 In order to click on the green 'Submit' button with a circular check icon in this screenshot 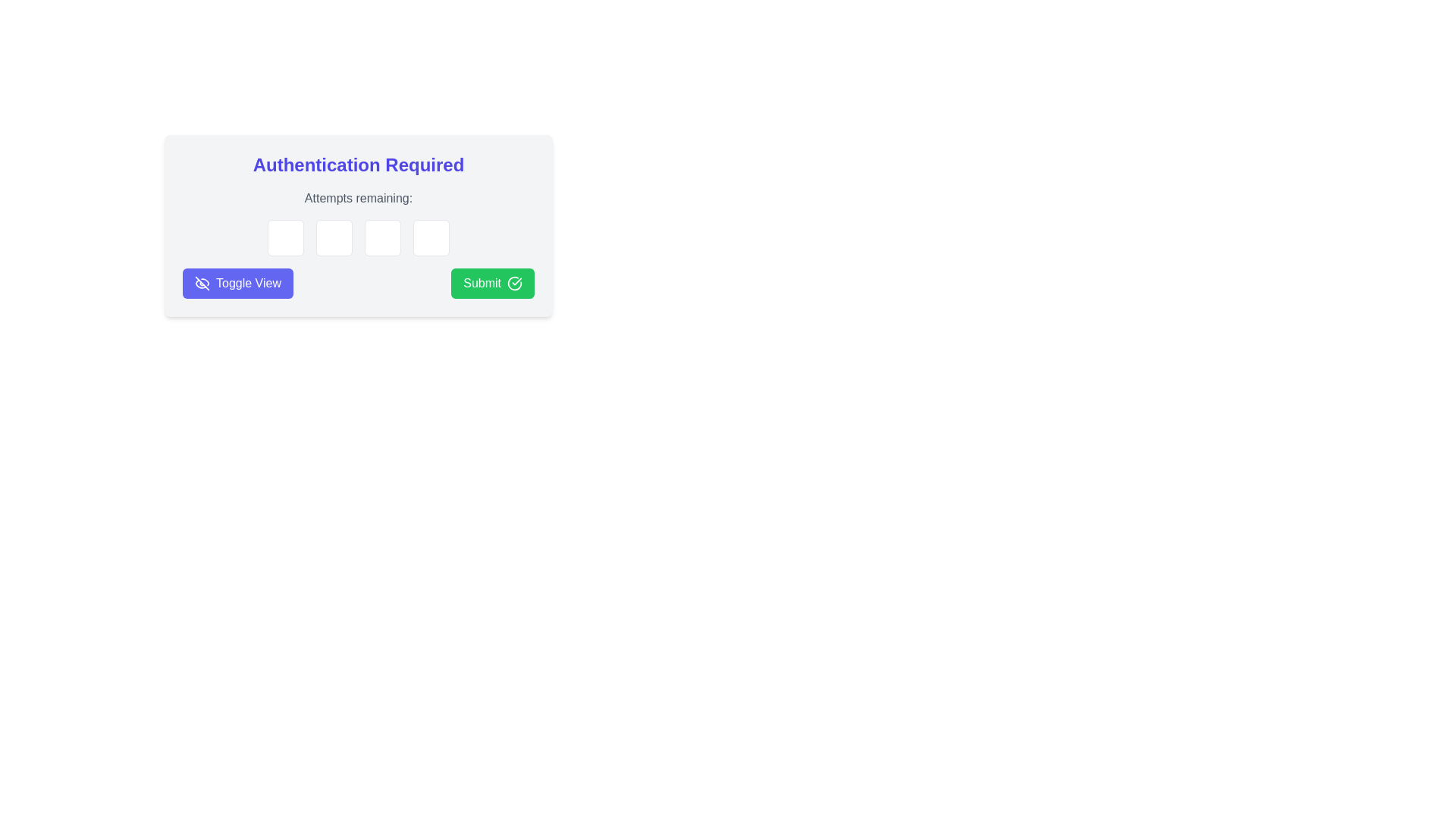, I will do `click(492, 284)`.